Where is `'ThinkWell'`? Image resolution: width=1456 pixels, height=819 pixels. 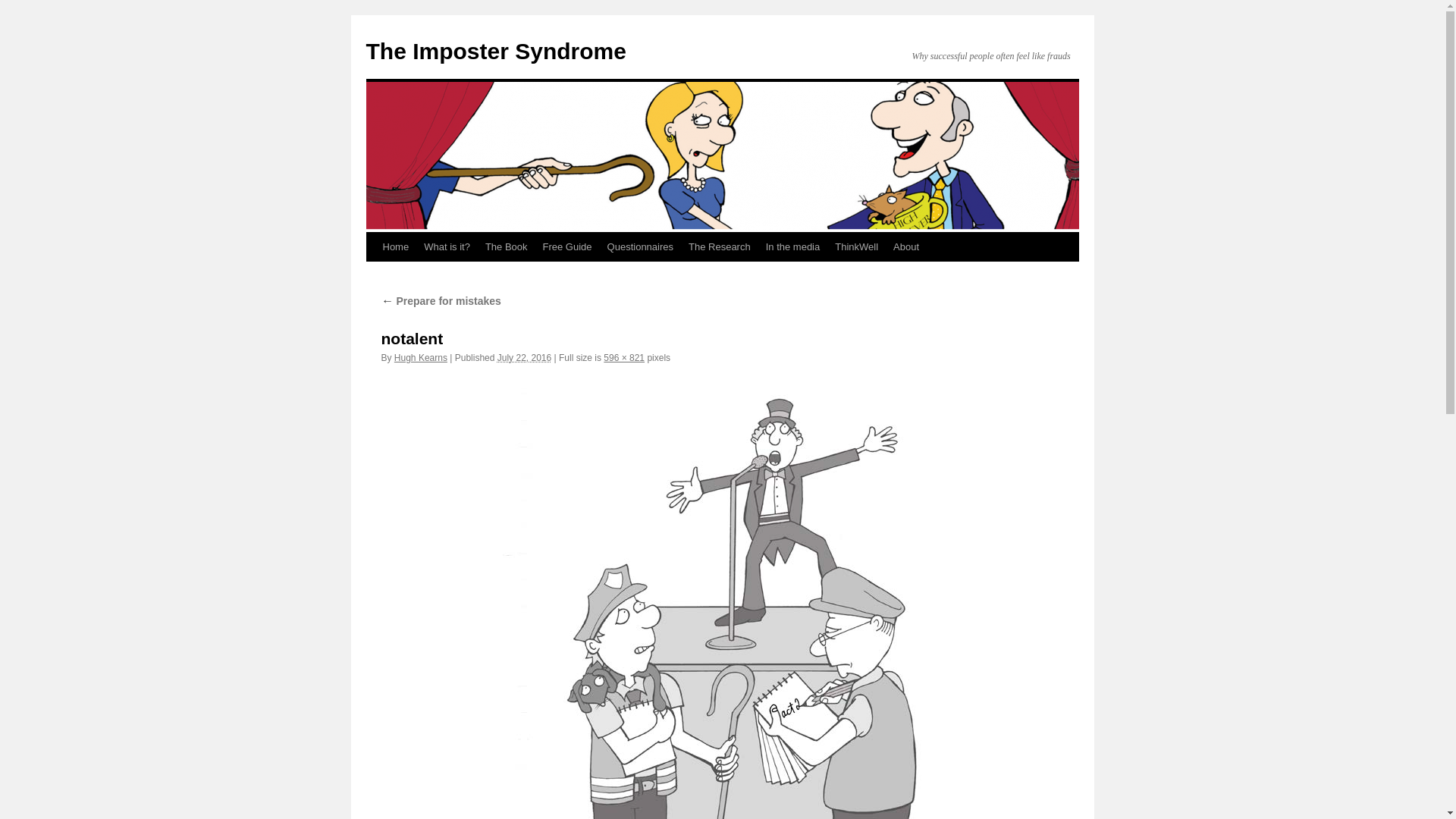
'ThinkWell' is located at coordinates (856, 246).